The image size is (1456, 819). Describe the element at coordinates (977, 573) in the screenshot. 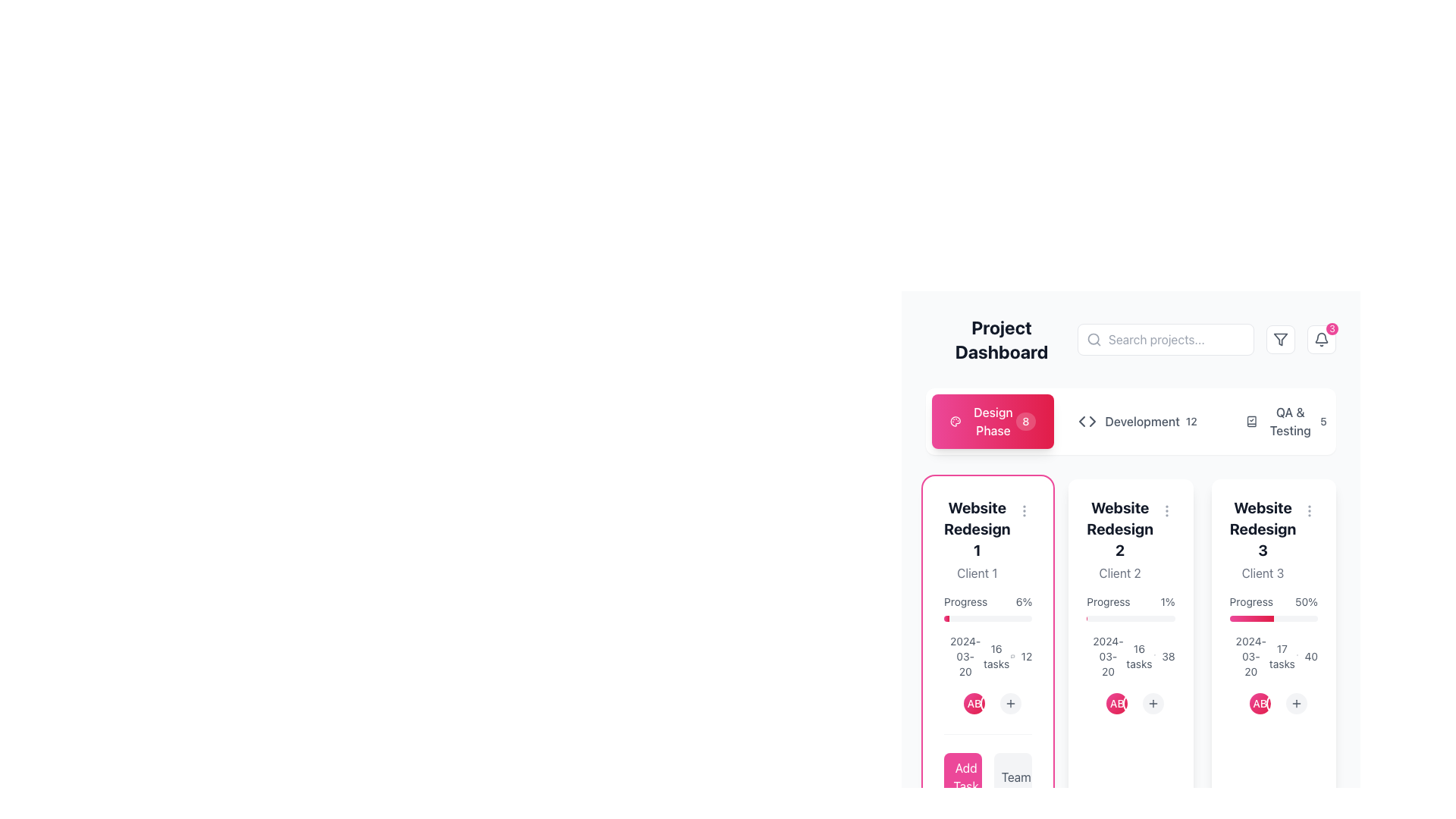

I see `the text label reading 'Client 1', which is styled in gray and positioned below the heading 'Website Redesign 1'` at that location.